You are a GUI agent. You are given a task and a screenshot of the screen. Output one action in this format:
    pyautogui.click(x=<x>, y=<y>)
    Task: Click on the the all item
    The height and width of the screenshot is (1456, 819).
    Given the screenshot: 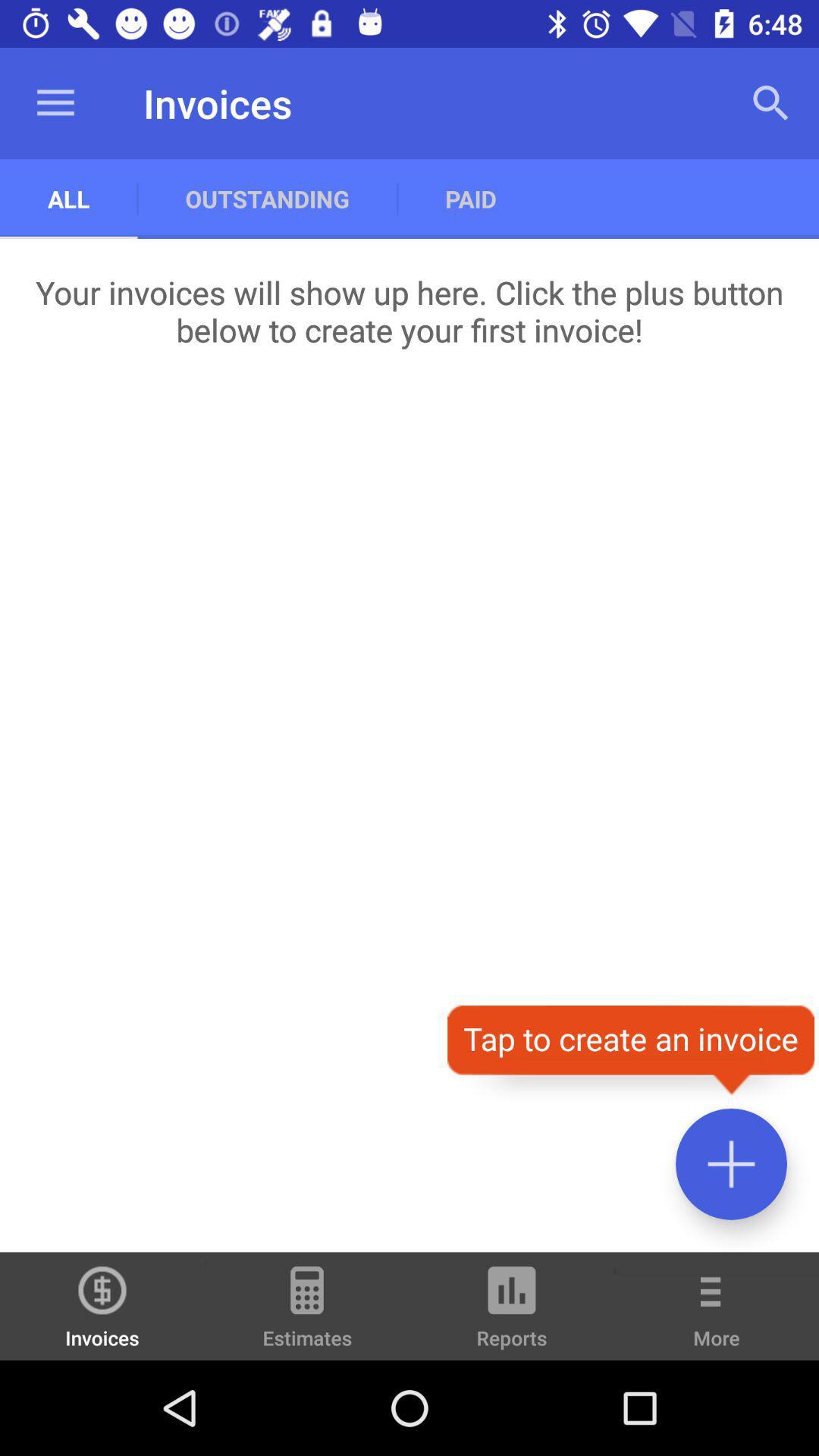 What is the action you would take?
    pyautogui.click(x=68, y=198)
    